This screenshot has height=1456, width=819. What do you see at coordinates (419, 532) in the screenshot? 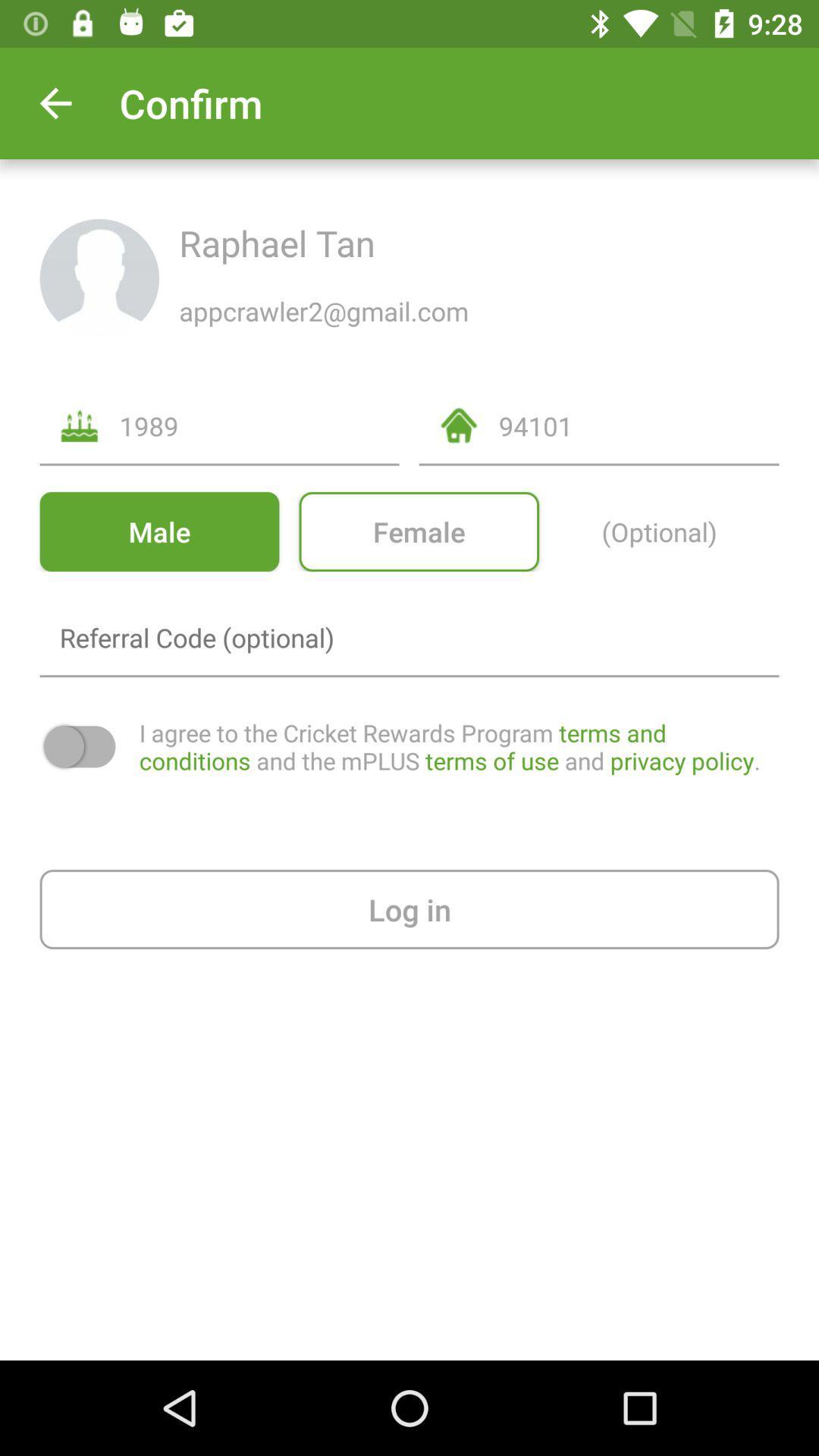
I see `the female option` at bounding box center [419, 532].